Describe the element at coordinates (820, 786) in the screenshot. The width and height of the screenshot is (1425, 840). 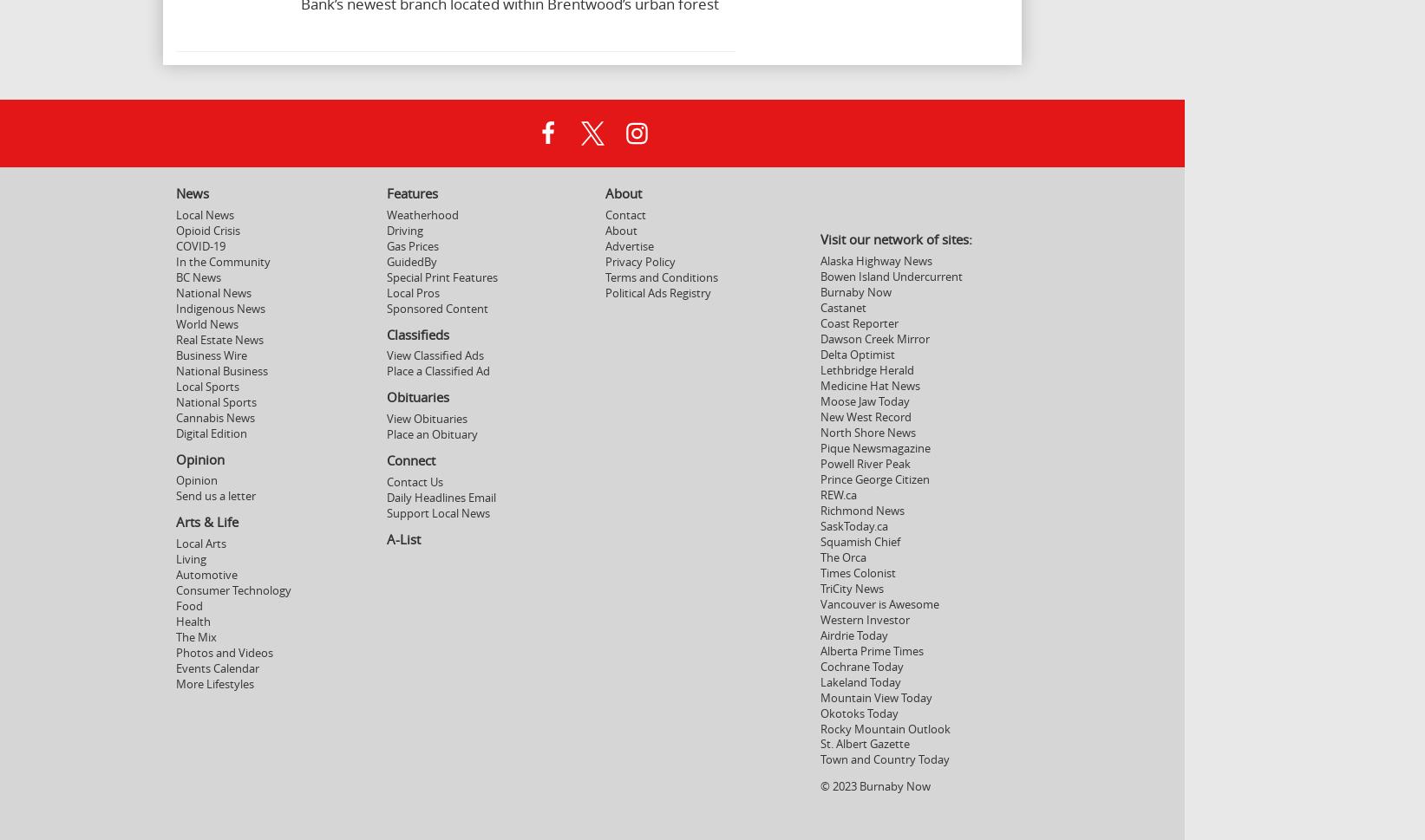
I see `'© 2023 Burnaby Now'` at that location.